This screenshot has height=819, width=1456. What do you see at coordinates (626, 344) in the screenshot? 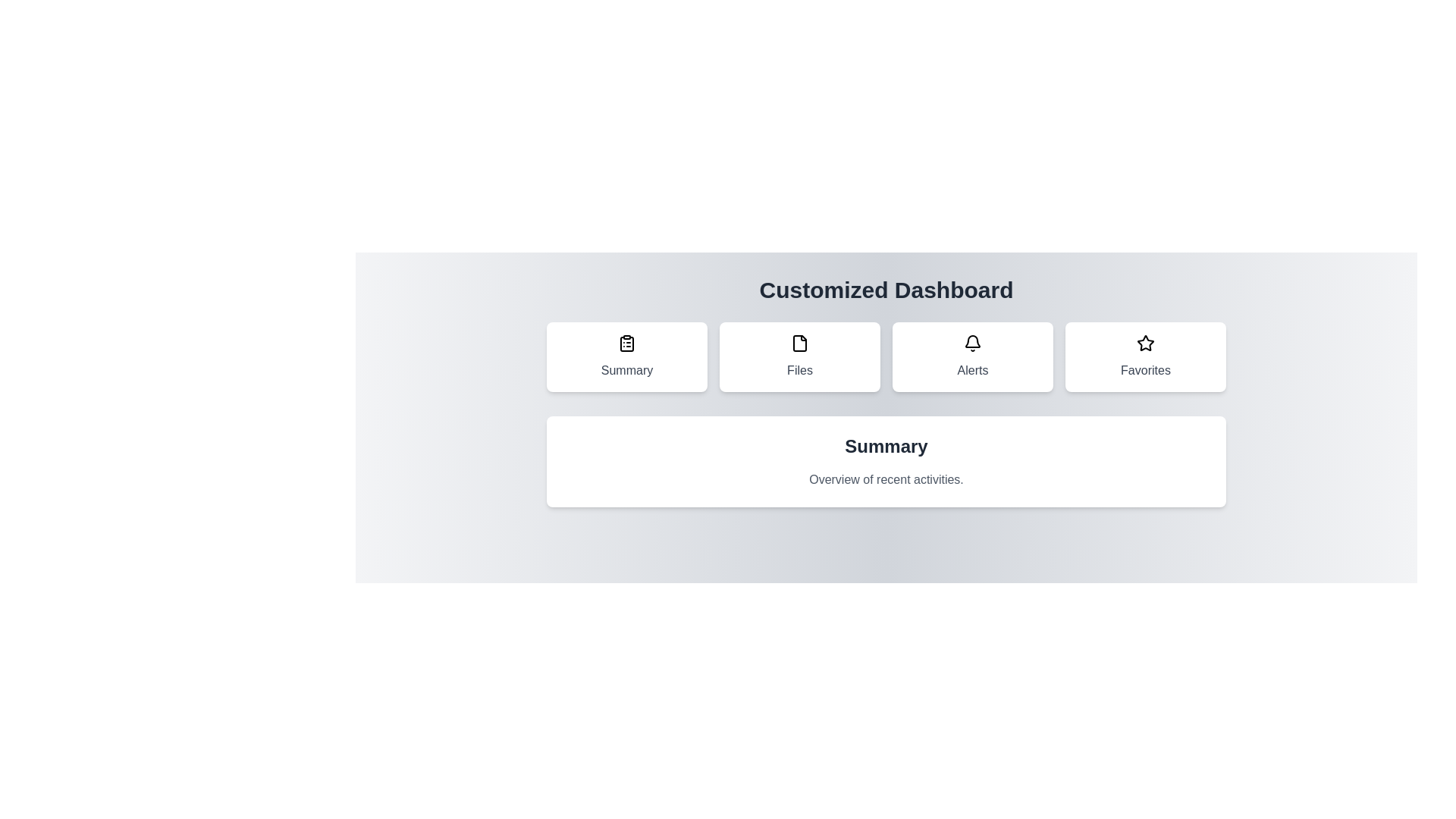
I see `the 'Summary' icon located in the leftmost button of the top row` at bounding box center [626, 344].